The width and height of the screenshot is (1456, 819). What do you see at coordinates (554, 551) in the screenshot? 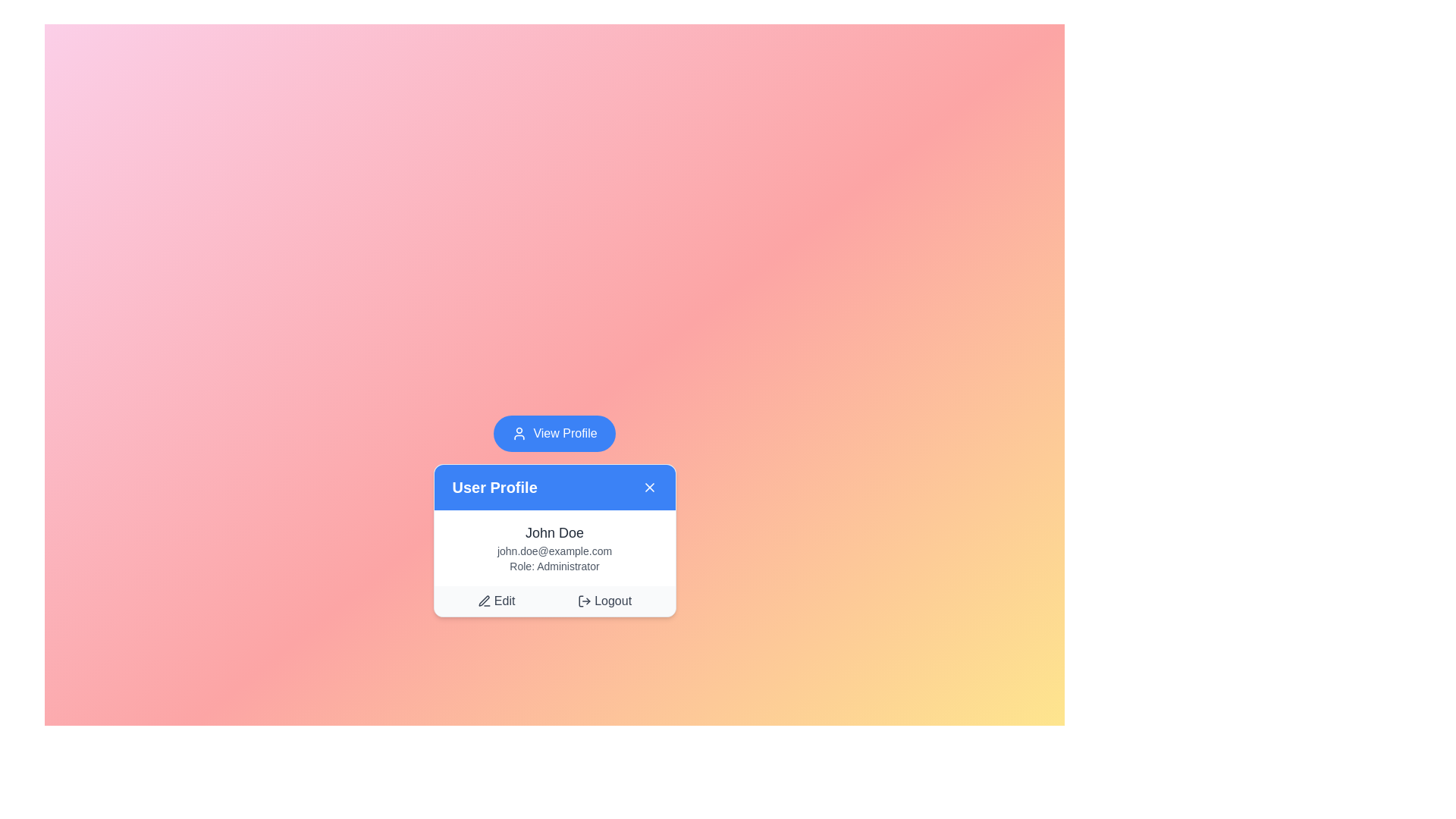
I see `the email address text label that displays the user's email corresponding to the 'John Doe' profile, positioned below the 'John Doe' label and above the 'Role: Administrator' text` at bounding box center [554, 551].